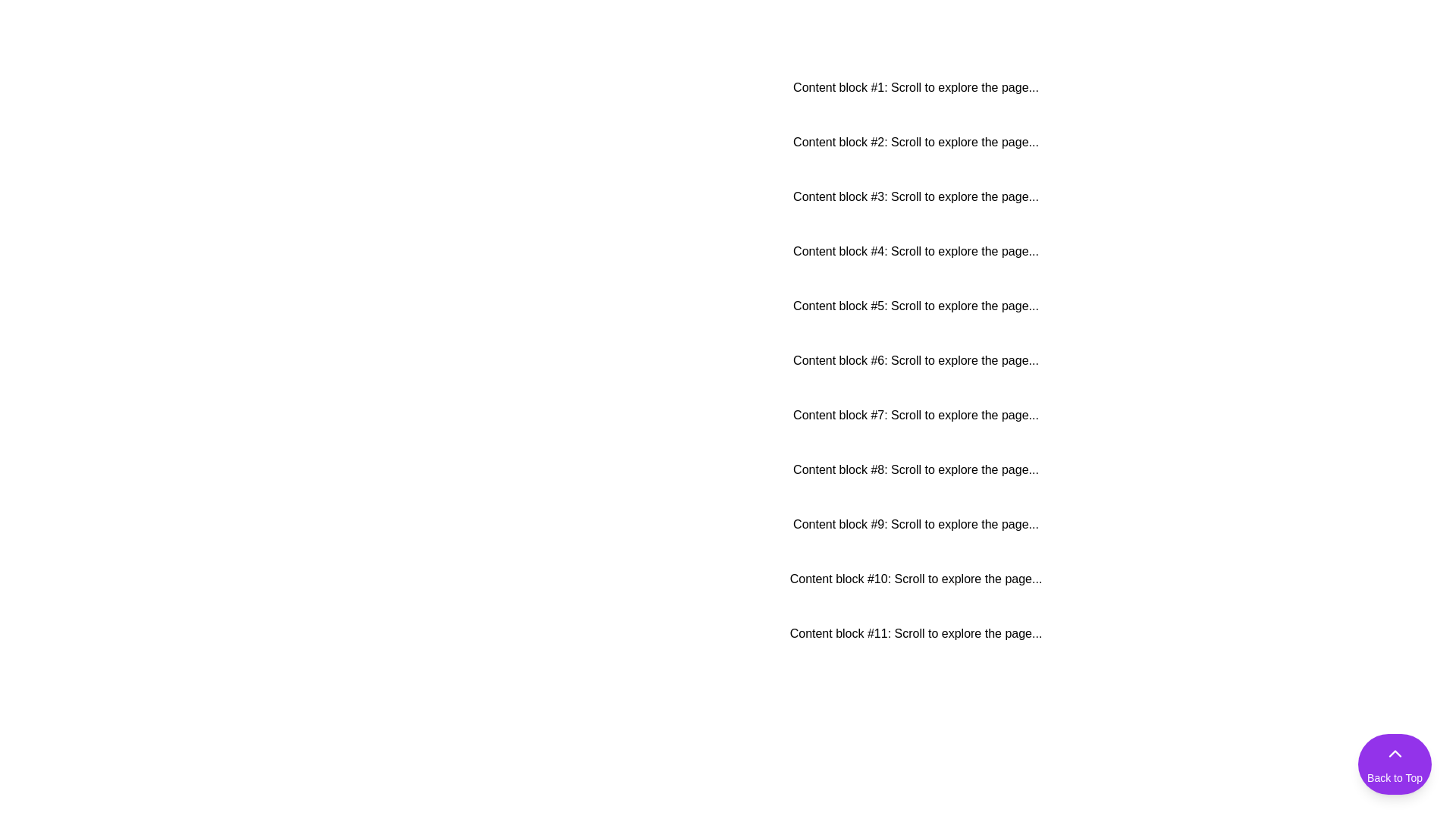  Describe the element at coordinates (915, 415) in the screenshot. I see `the static text element displaying 'Content block #7: Scroll` at that location.